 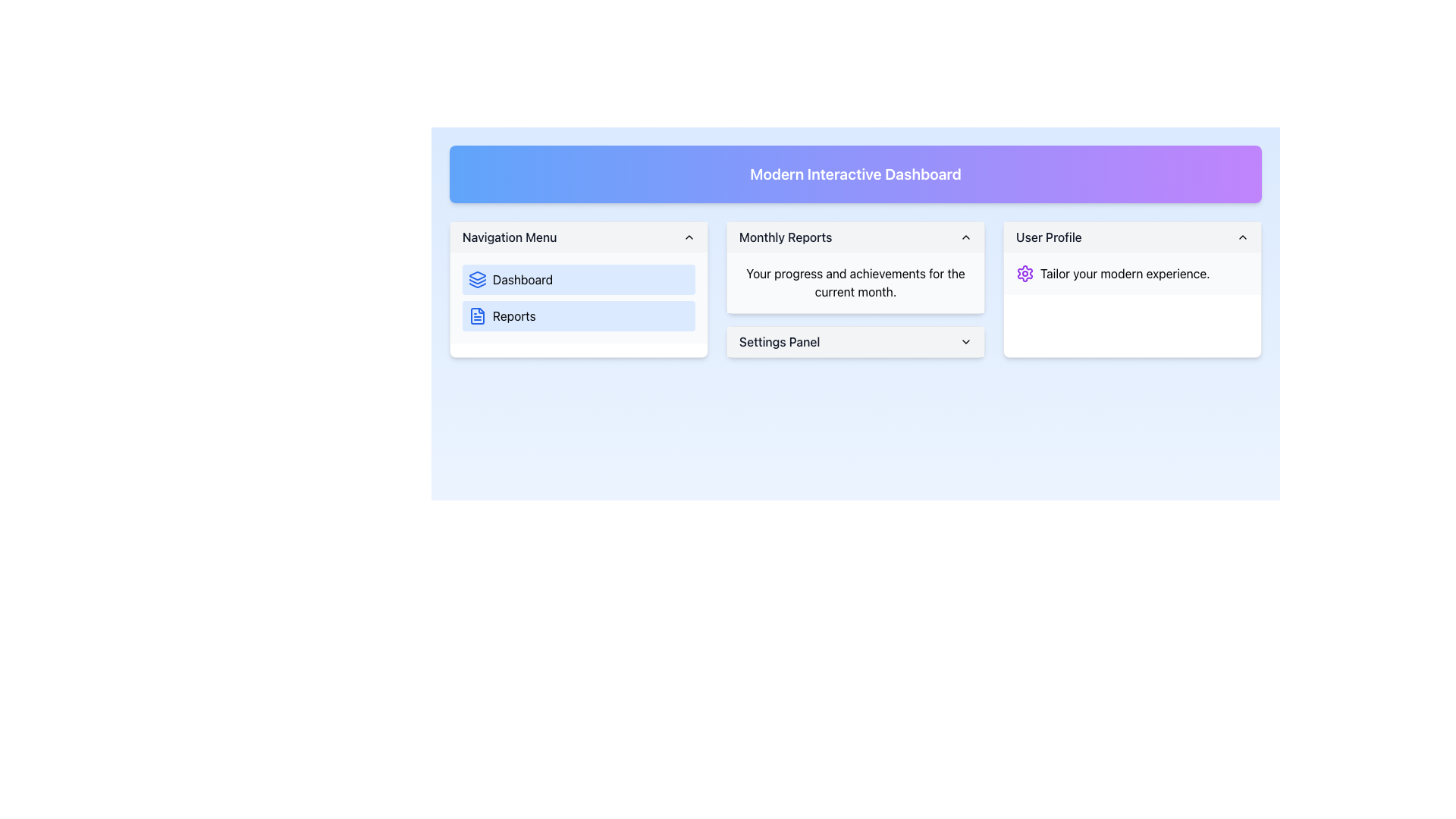 I want to click on the 'Dashboard' link located within the 'Navigation Menu' card, so click(x=578, y=289).